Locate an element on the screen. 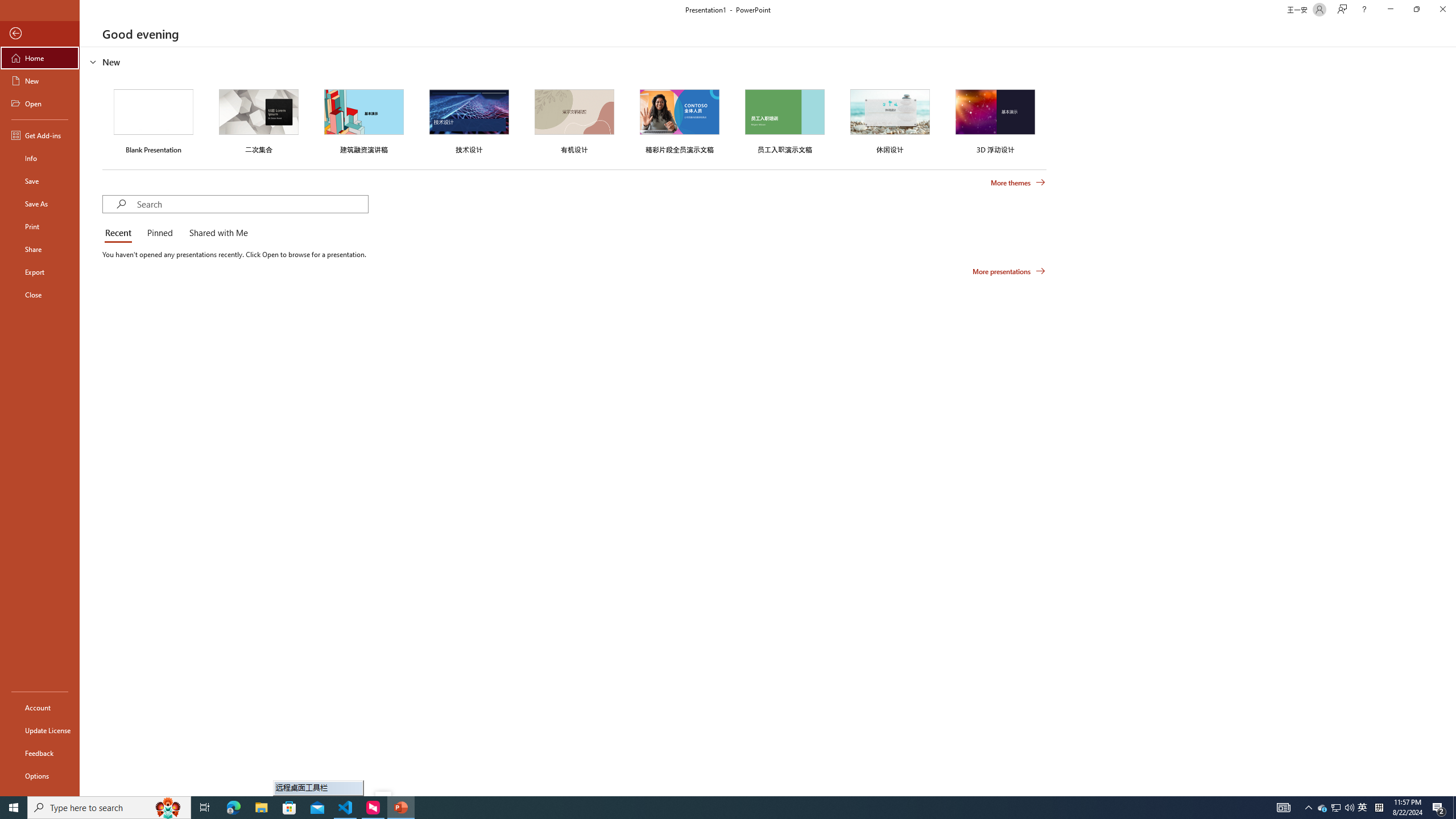 This screenshot has width=1456, height=819. 'Info' is located at coordinates (39, 157).